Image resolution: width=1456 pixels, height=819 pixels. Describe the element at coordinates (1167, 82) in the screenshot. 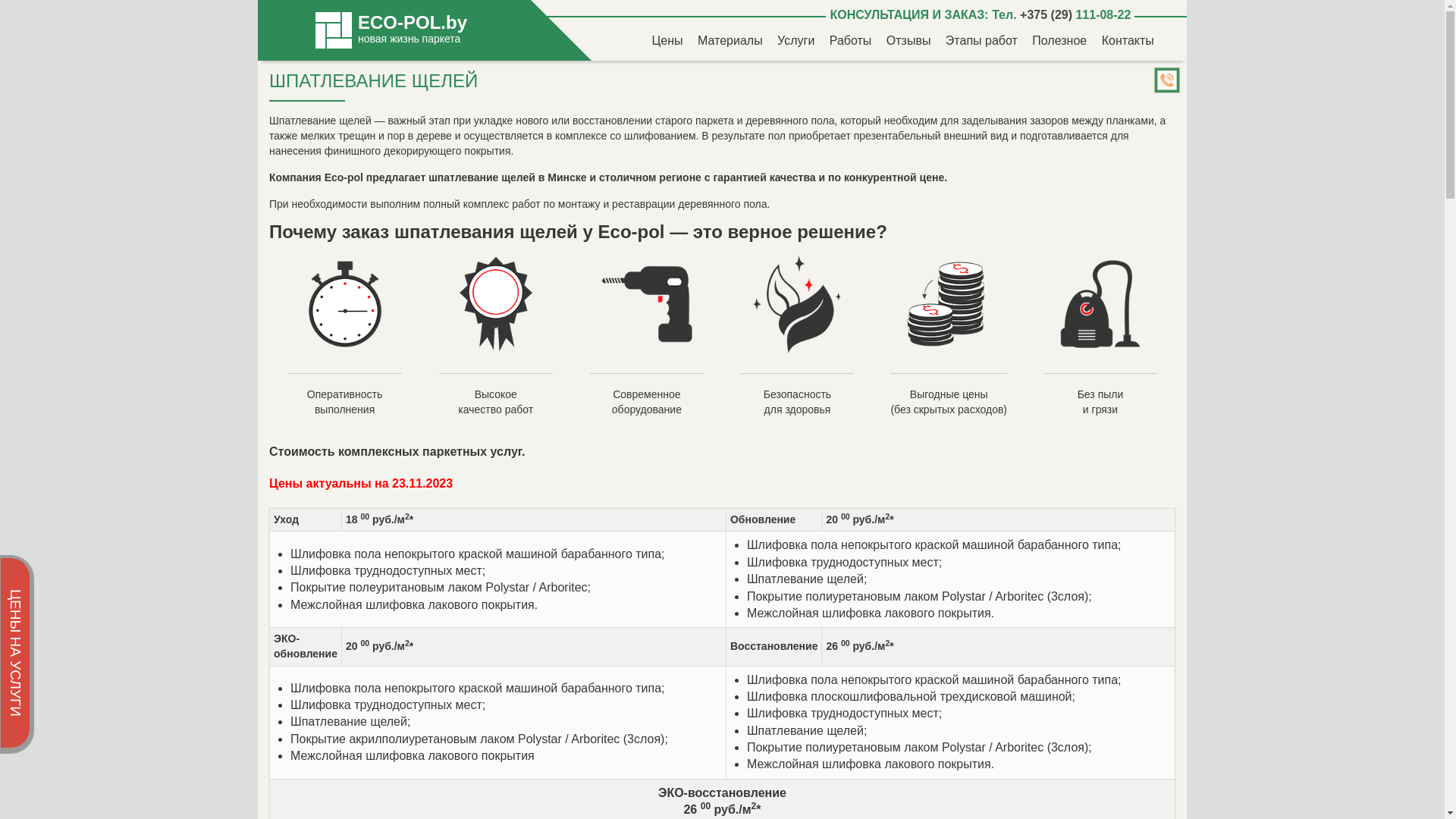

I see `'click'` at that location.